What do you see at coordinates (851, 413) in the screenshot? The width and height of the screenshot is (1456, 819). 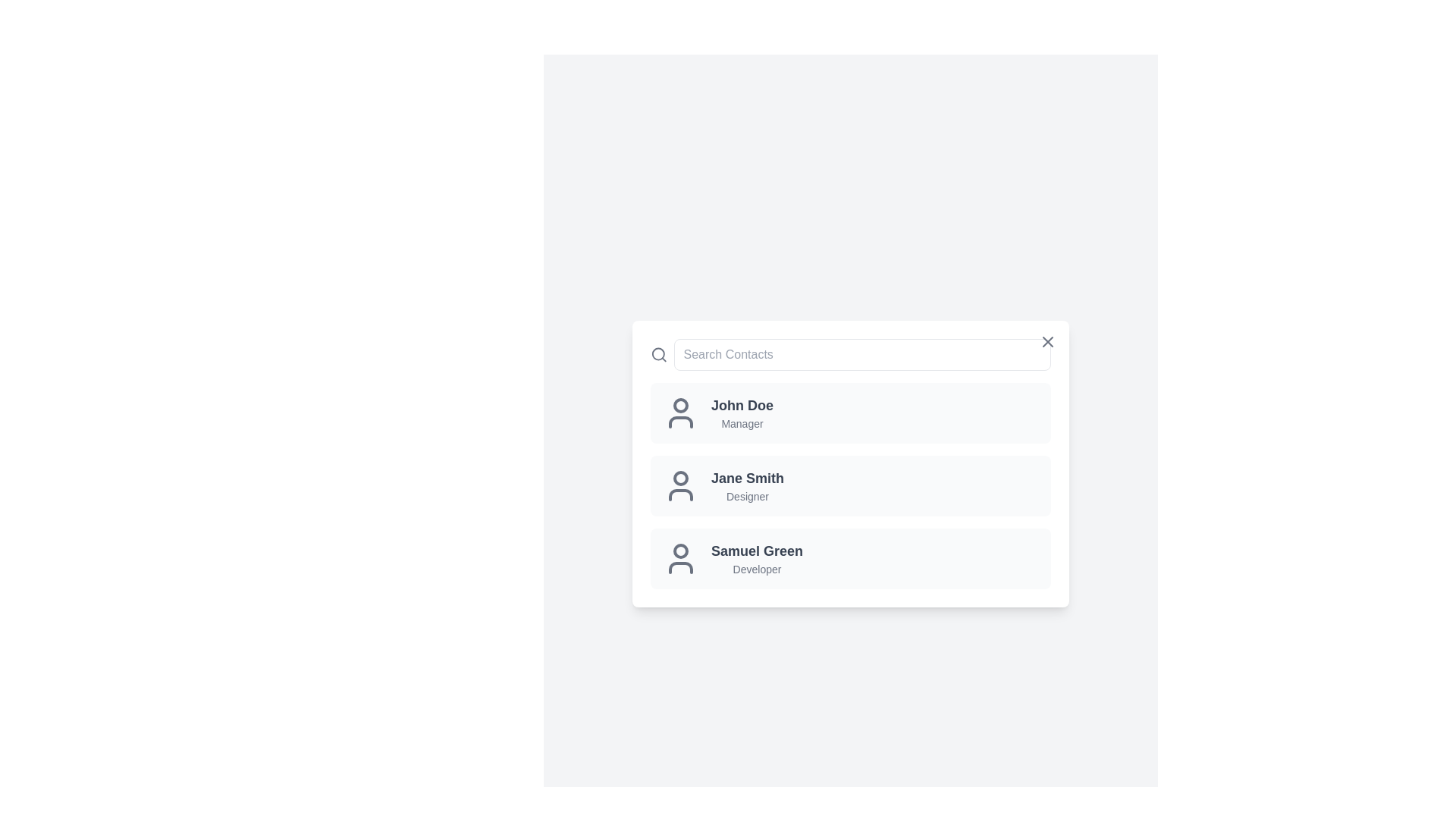 I see `the contact John Doe from the list` at bounding box center [851, 413].